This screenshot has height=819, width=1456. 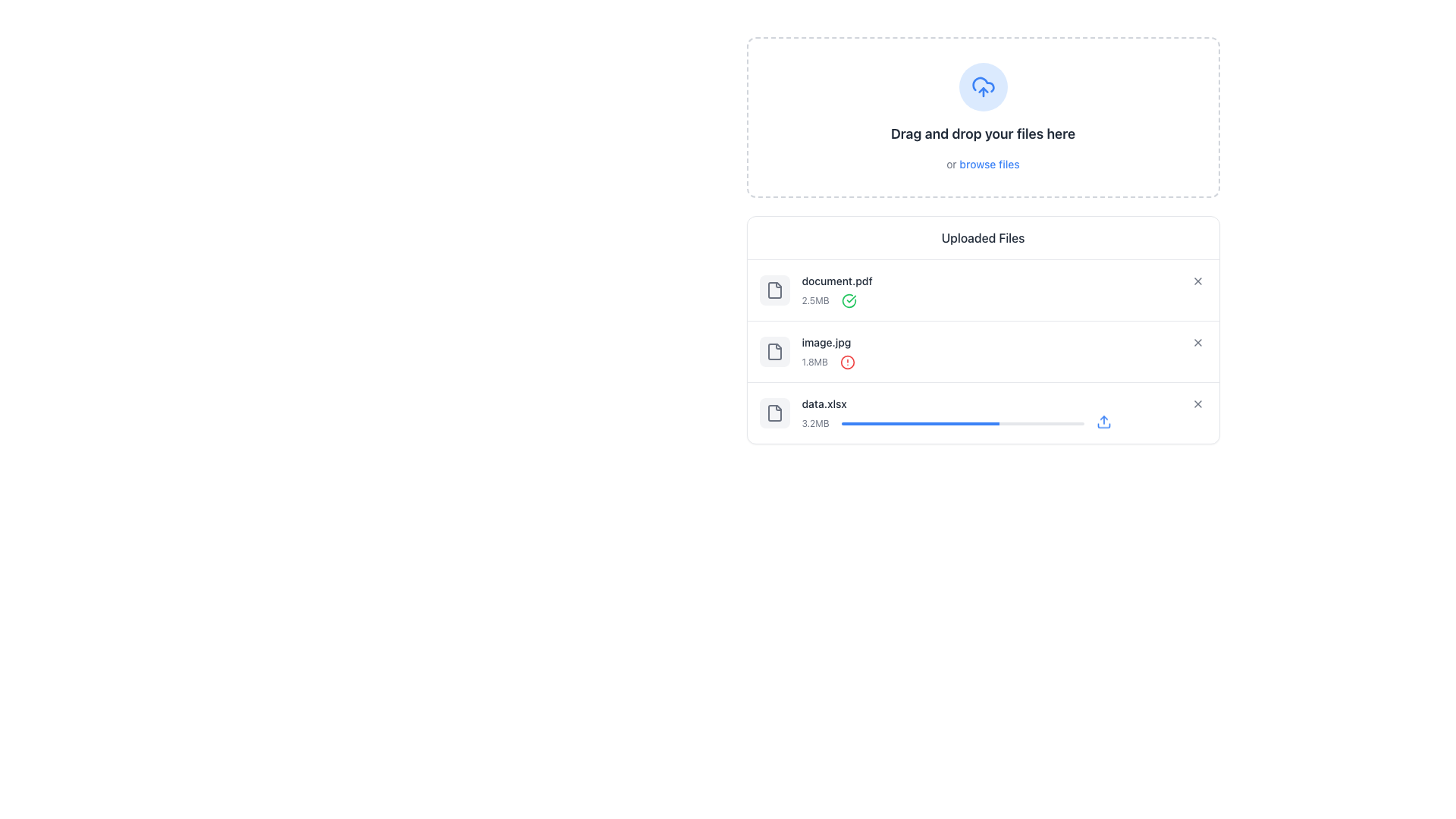 I want to click on the file resource icon located in the file upload section to identify the file type or status, so click(x=774, y=413).